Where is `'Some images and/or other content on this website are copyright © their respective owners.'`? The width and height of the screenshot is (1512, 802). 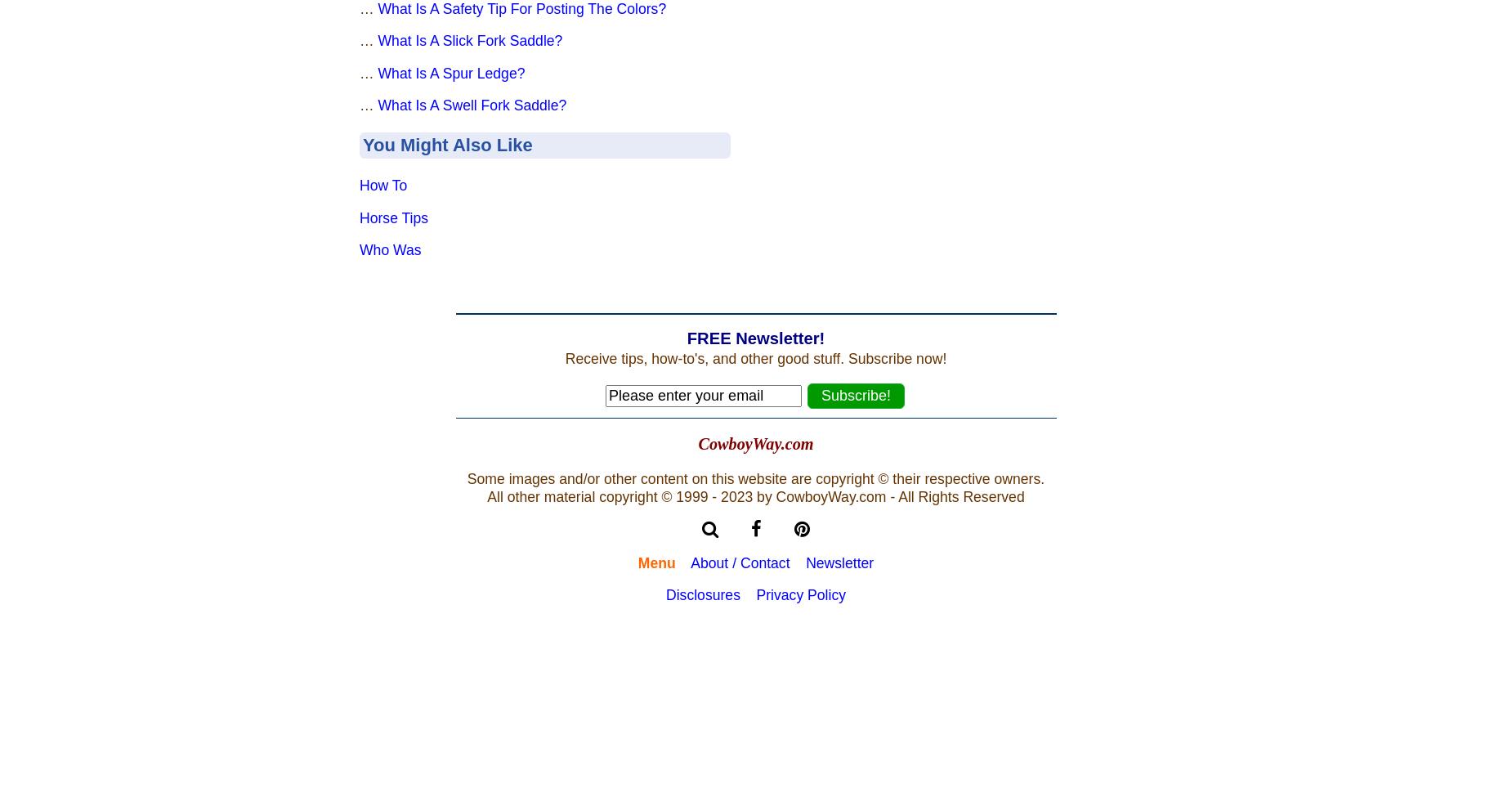 'Some images and/or other content on this website are copyright © their respective owners.' is located at coordinates (755, 477).